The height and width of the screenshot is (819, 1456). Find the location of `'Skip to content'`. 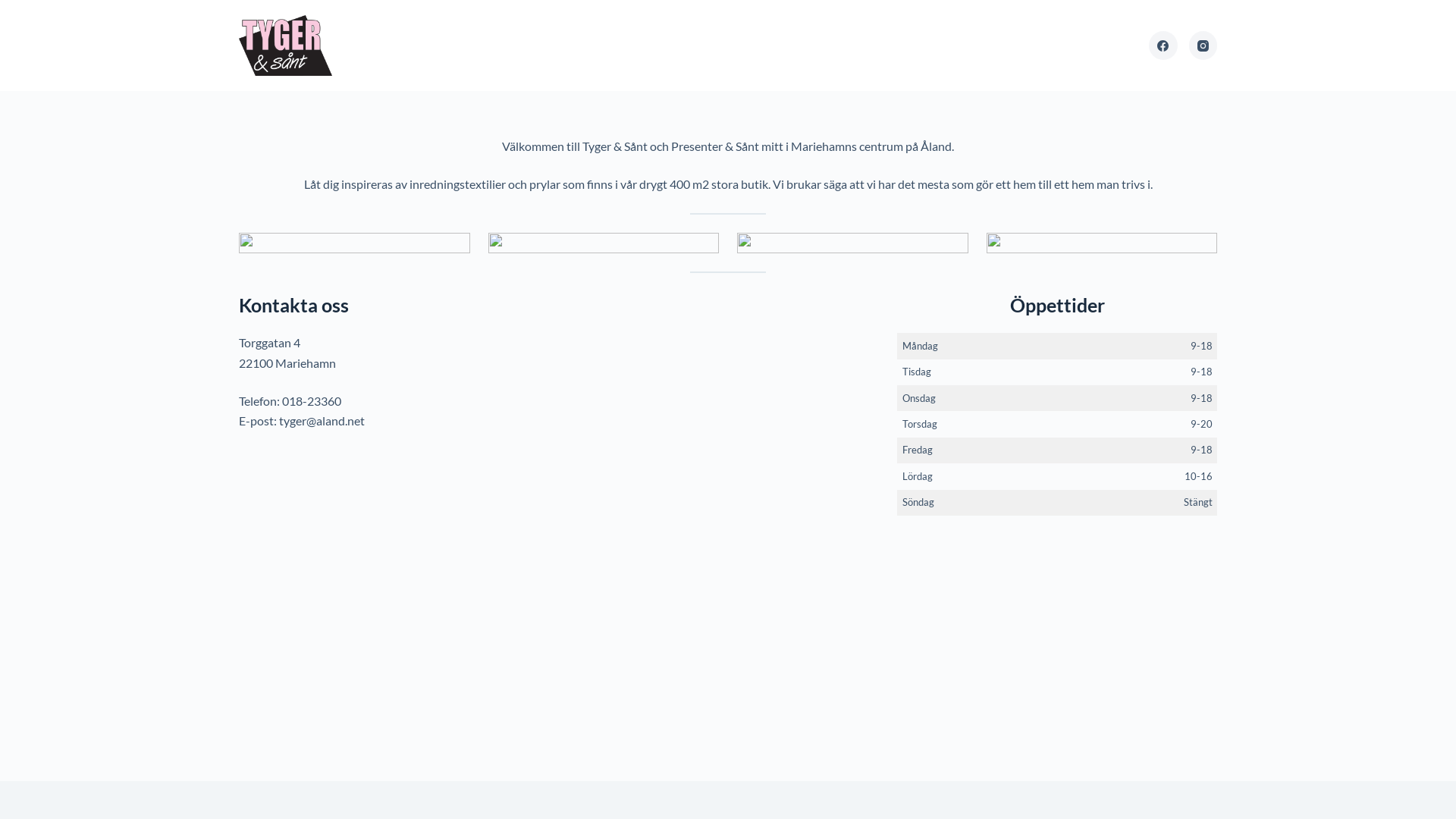

'Skip to content' is located at coordinates (14, 8).